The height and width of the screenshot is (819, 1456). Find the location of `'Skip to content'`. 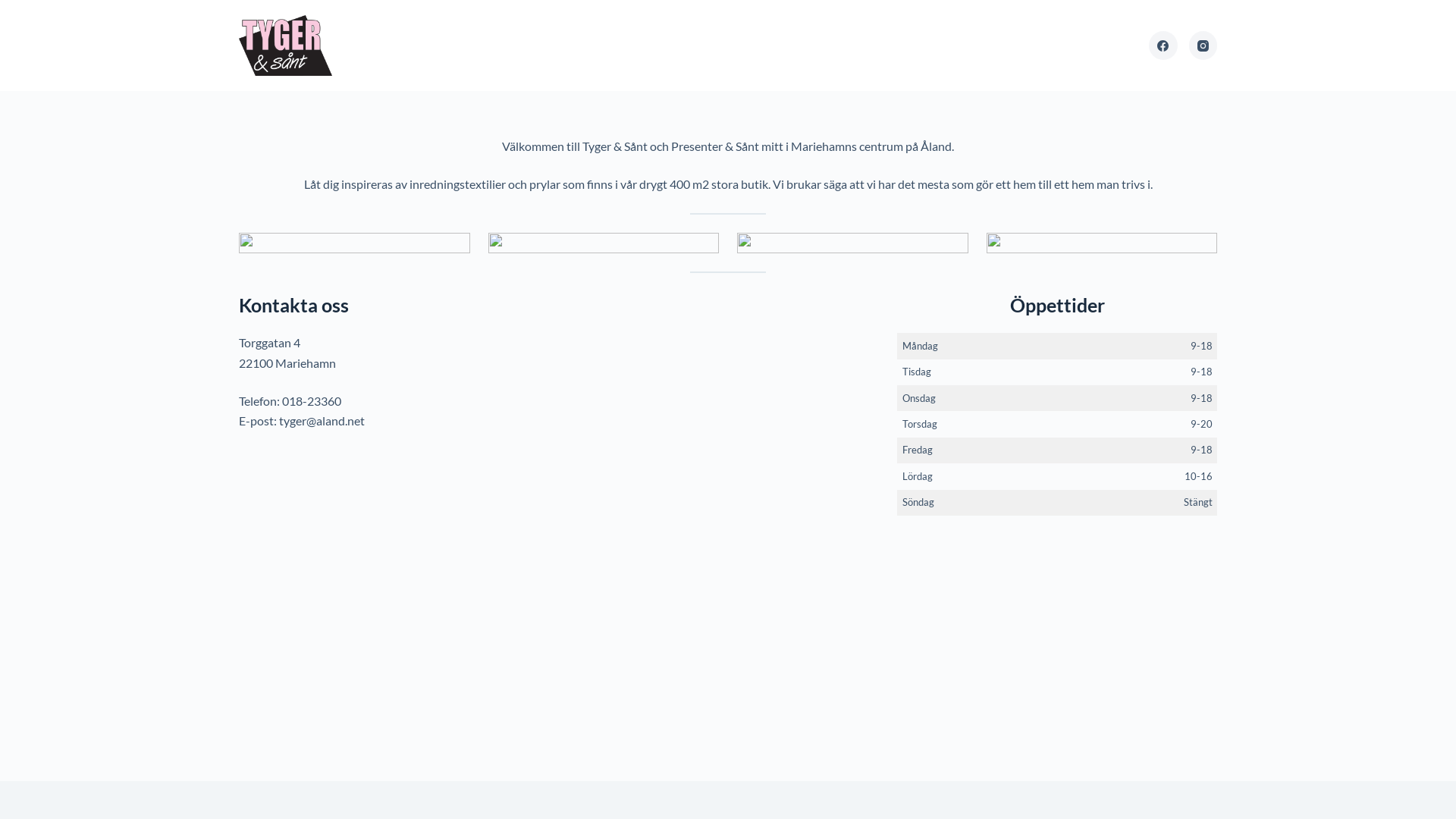

'Skip to content' is located at coordinates (14, 8).